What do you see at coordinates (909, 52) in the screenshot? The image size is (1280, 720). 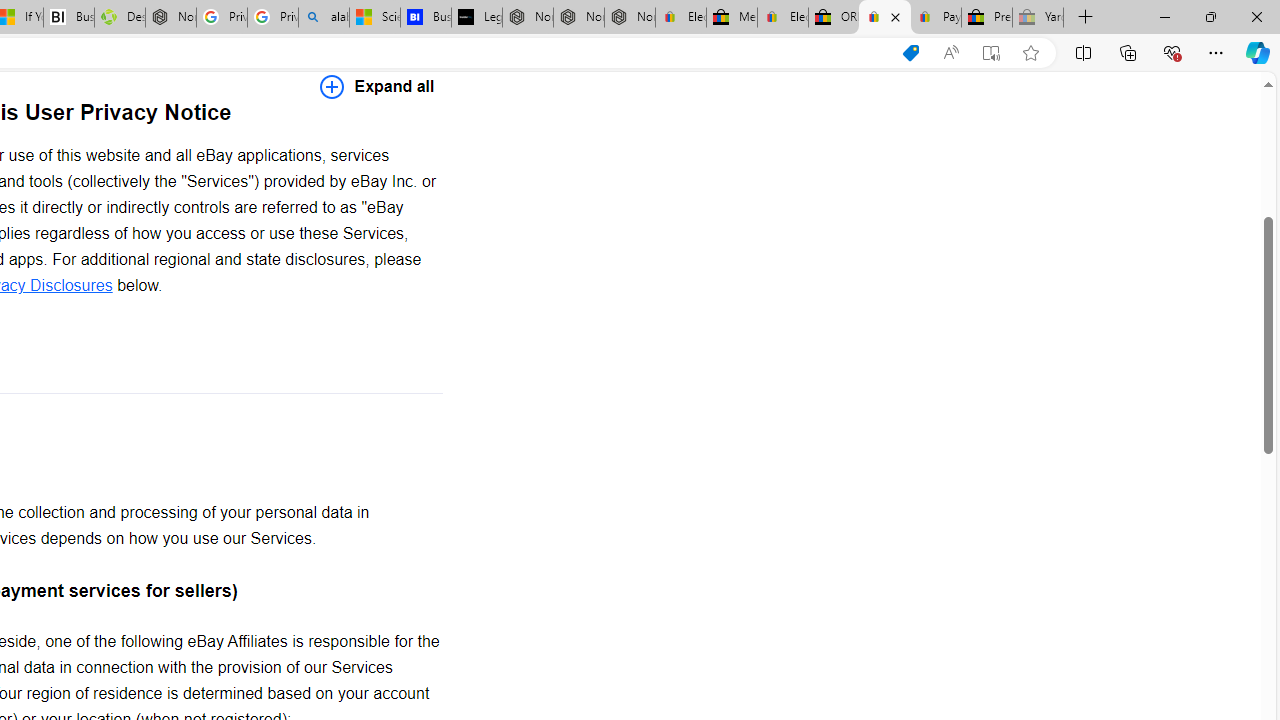 I see `'This site has coupons! Shopping in Microsoft Edge'` at bounding box center [909, 52].